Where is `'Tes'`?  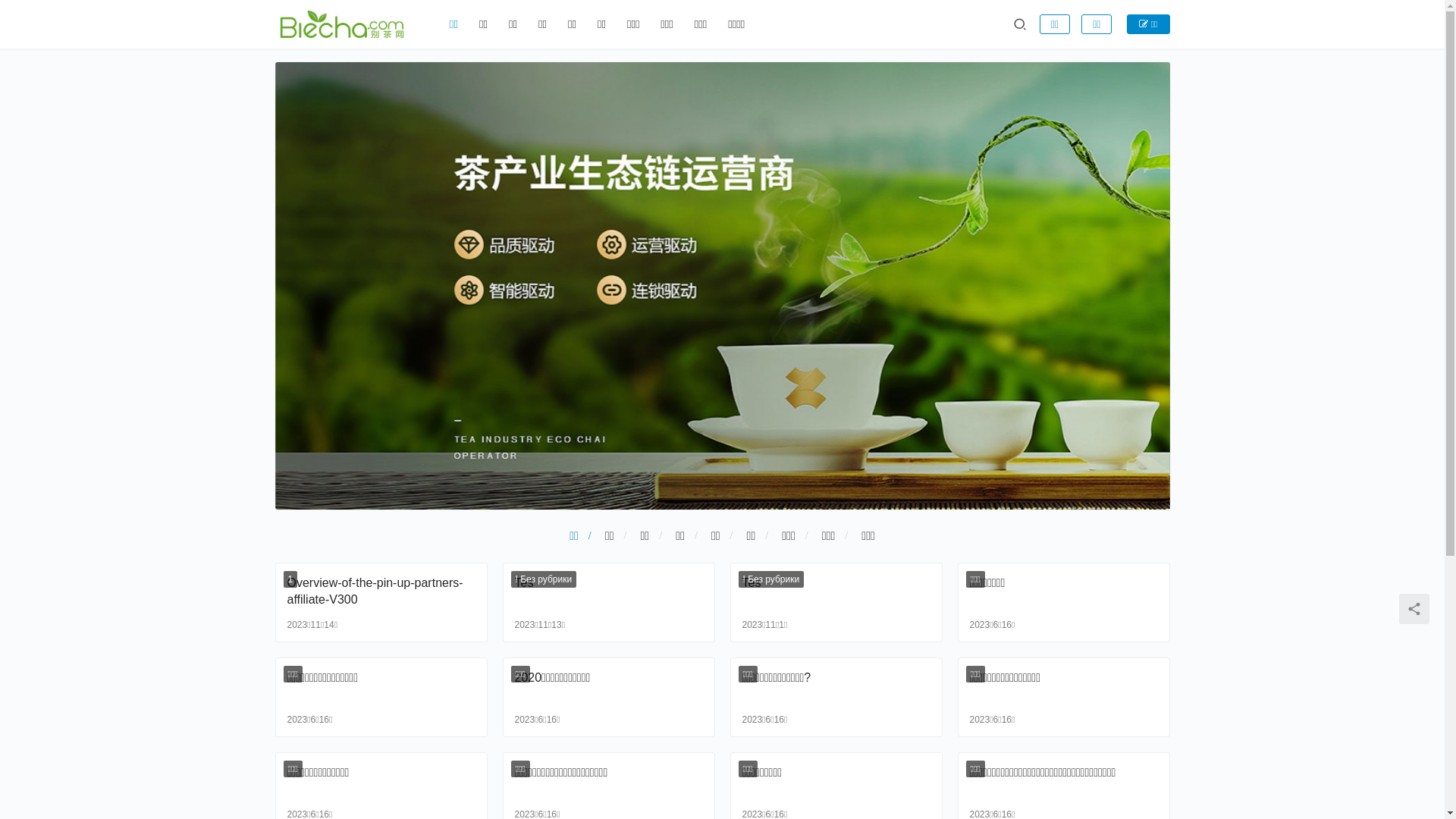
'Tes' is located at coordinates (742, 590).